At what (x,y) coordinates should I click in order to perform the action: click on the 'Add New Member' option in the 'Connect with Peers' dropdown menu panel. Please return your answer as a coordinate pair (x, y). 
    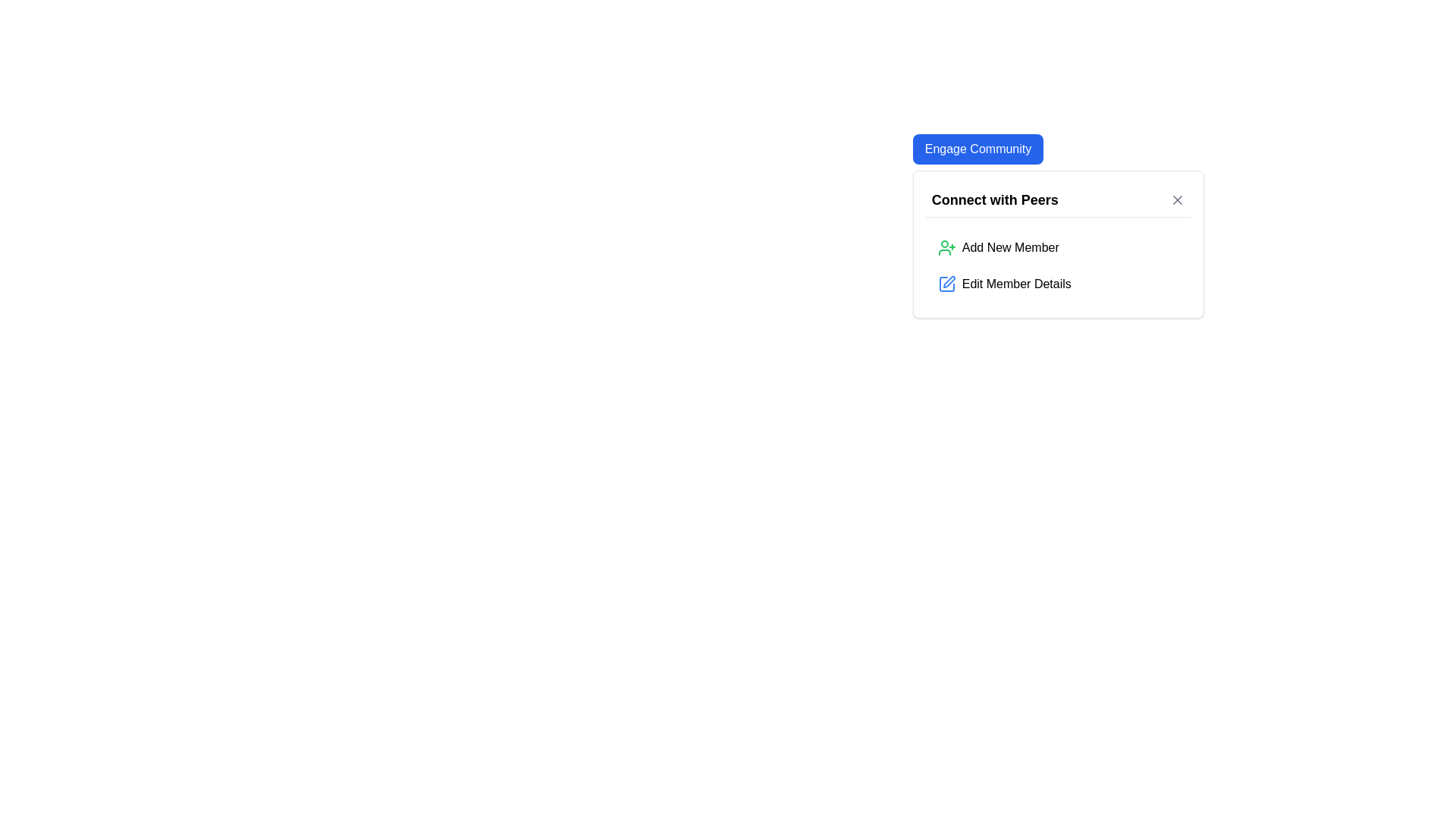
    Looking at the image, I should click on (1057, 243).